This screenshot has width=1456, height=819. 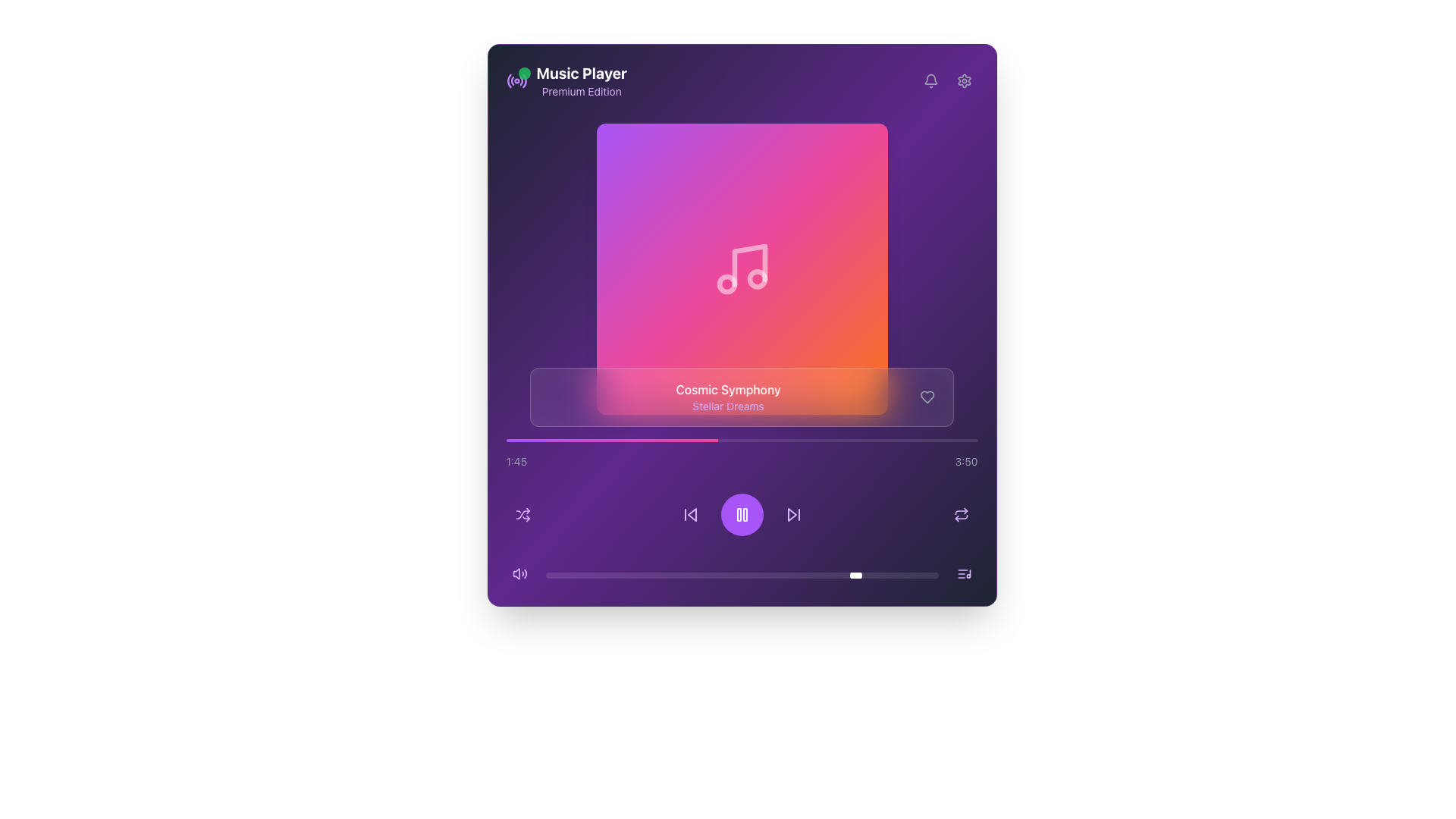 I want to click on the bell-shaped notification icon located at the top-right of the application's main header, positioned to the left of the gear icon, so click(x=930, y=79).